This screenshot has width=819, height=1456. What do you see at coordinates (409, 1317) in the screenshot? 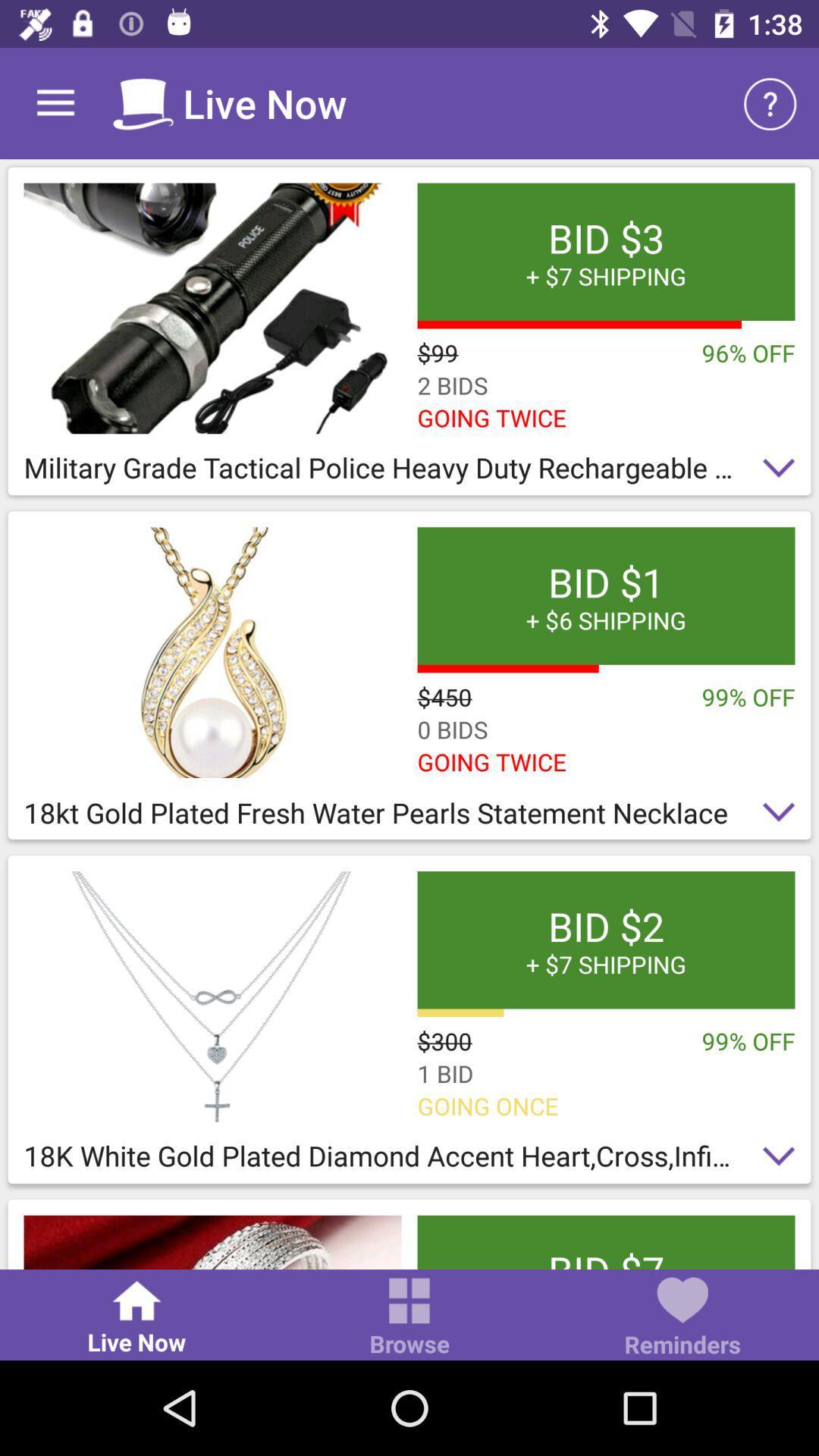
I see `the icon next to the reminders icon` at bounding box center [409, 1317].